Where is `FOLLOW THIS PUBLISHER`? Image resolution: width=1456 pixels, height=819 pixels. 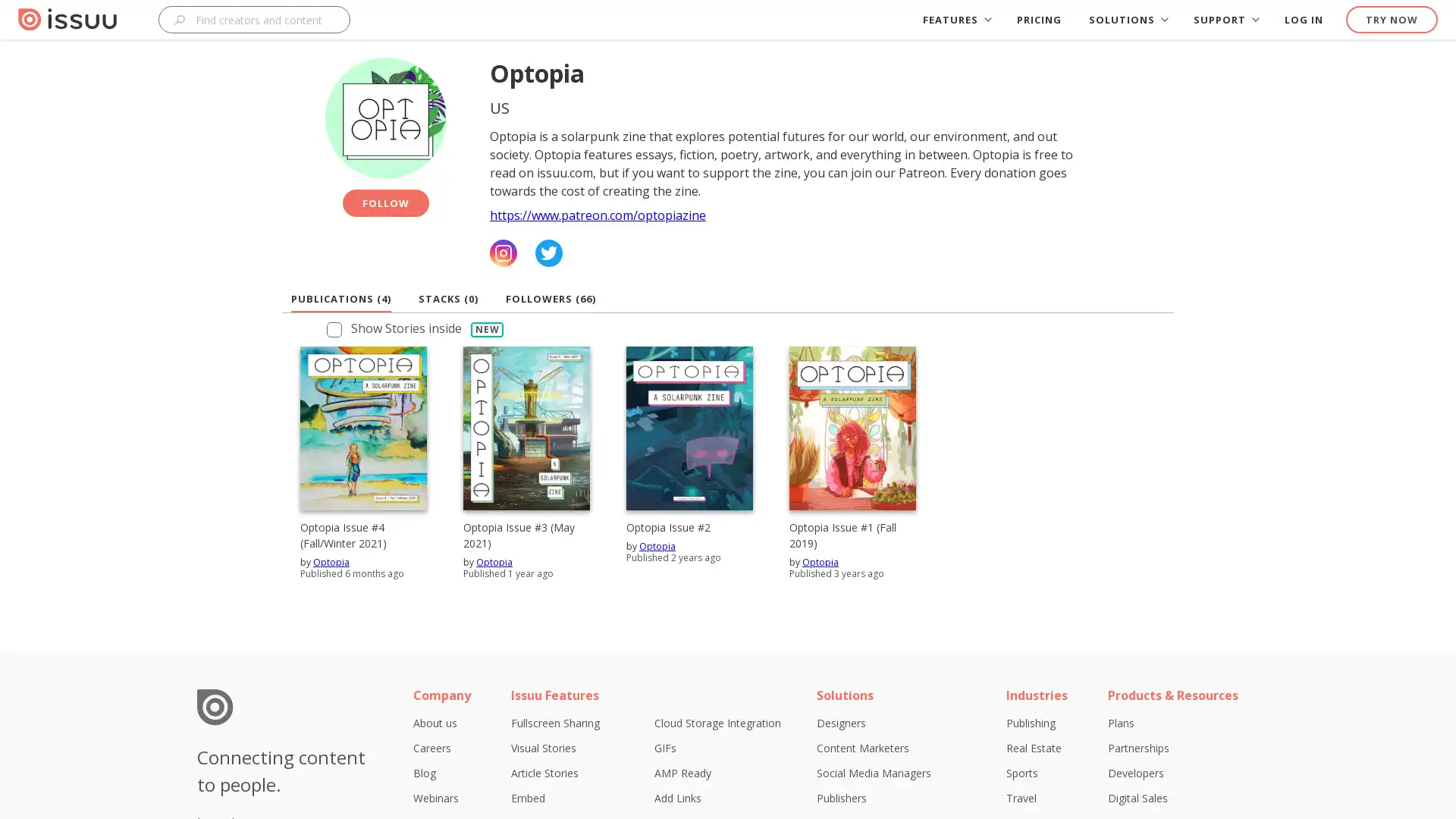 FOLLOW THIS PUBLISHER is located at coordinates (385, 202).